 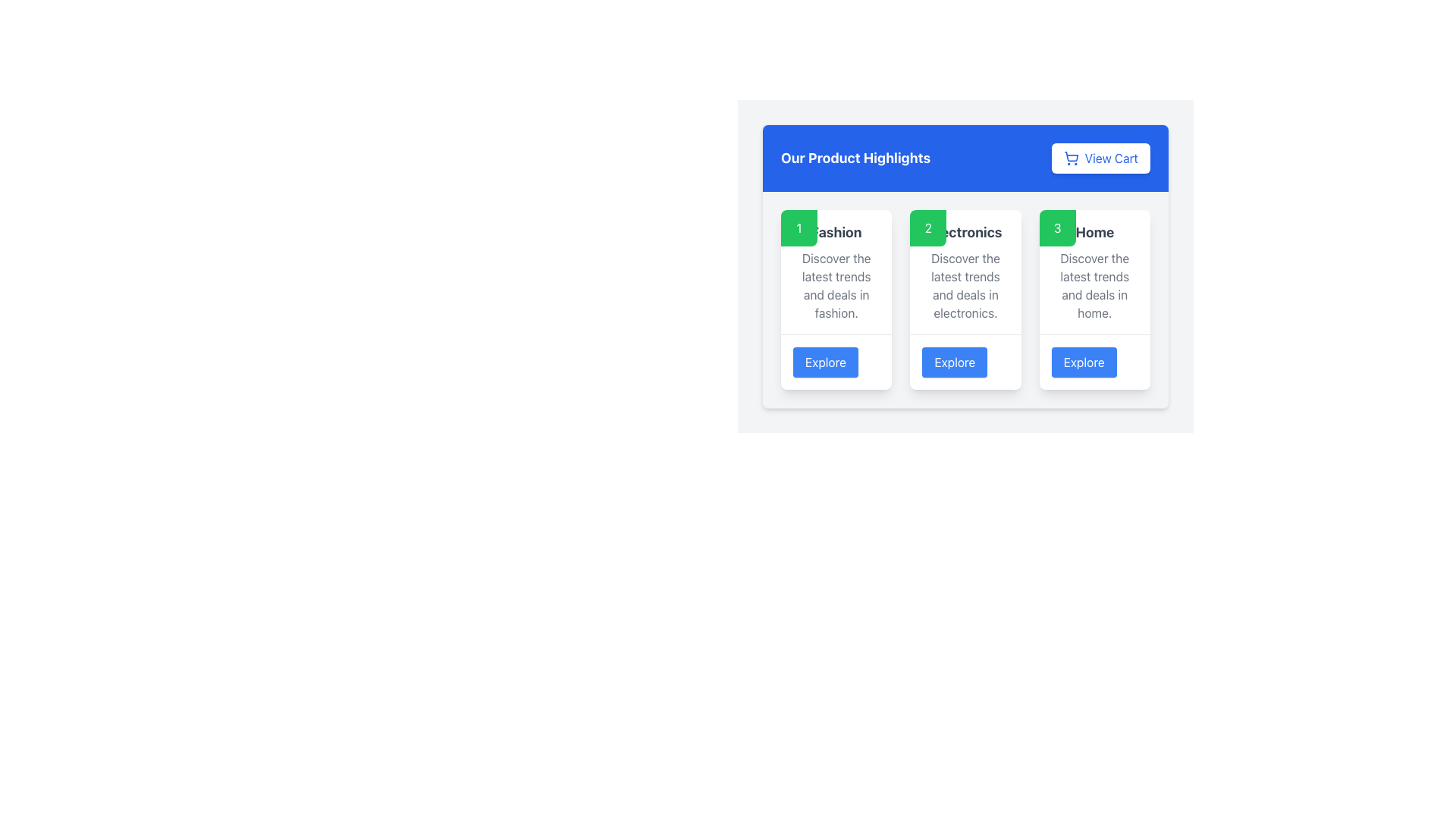 What do you see at coordinates (1094, 300) in the screenshot?
I see `the Information Card, which is the third promotional card in a row that provides information about home-related trends and deals` at bounding box center [1094, 300].